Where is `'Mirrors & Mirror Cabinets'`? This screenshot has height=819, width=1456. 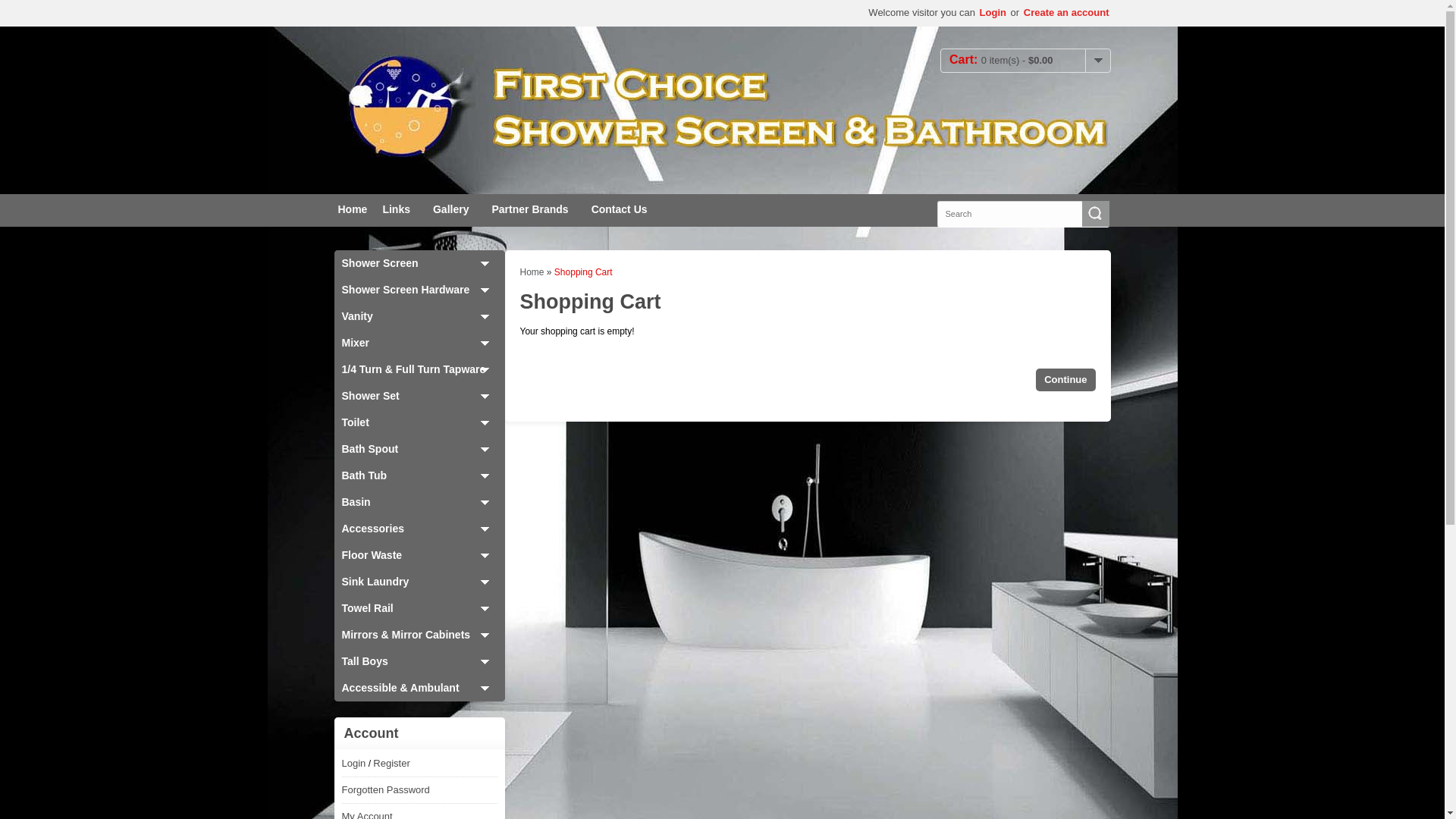 'Mirrors & Mirror Cabinets' is located at coordinates (333, 635).